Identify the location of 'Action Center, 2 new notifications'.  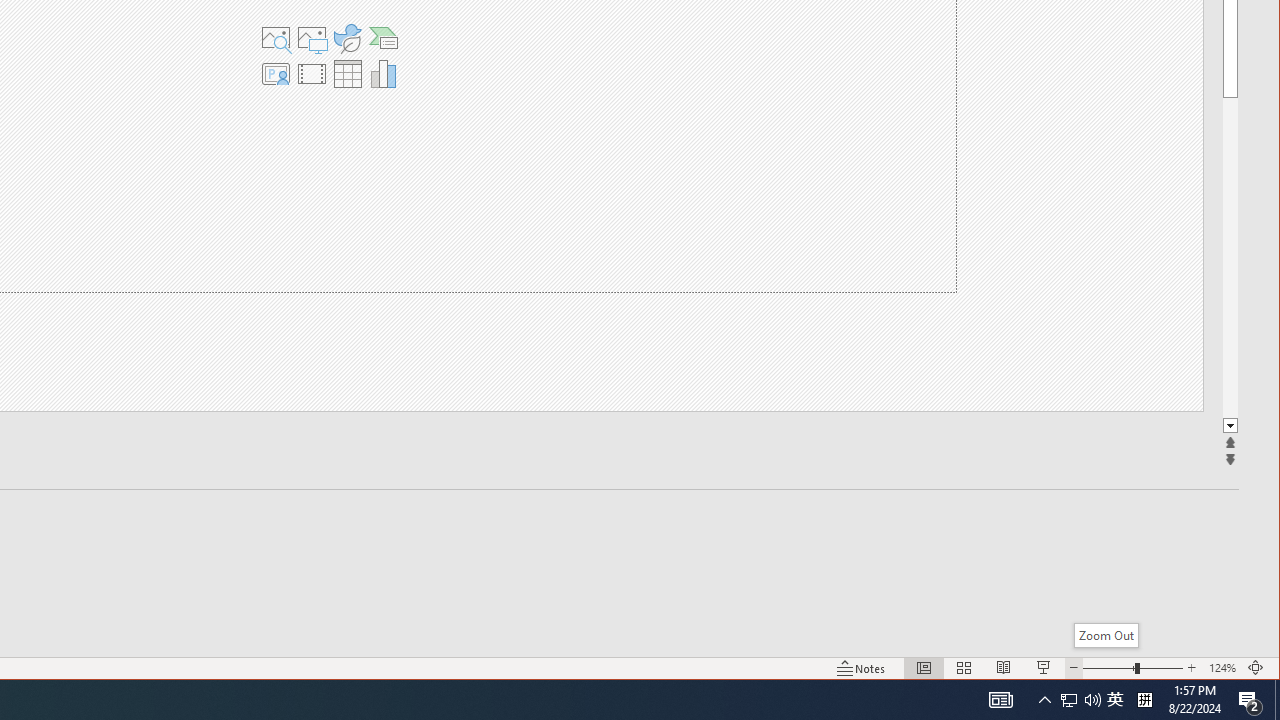
(1250, 698).